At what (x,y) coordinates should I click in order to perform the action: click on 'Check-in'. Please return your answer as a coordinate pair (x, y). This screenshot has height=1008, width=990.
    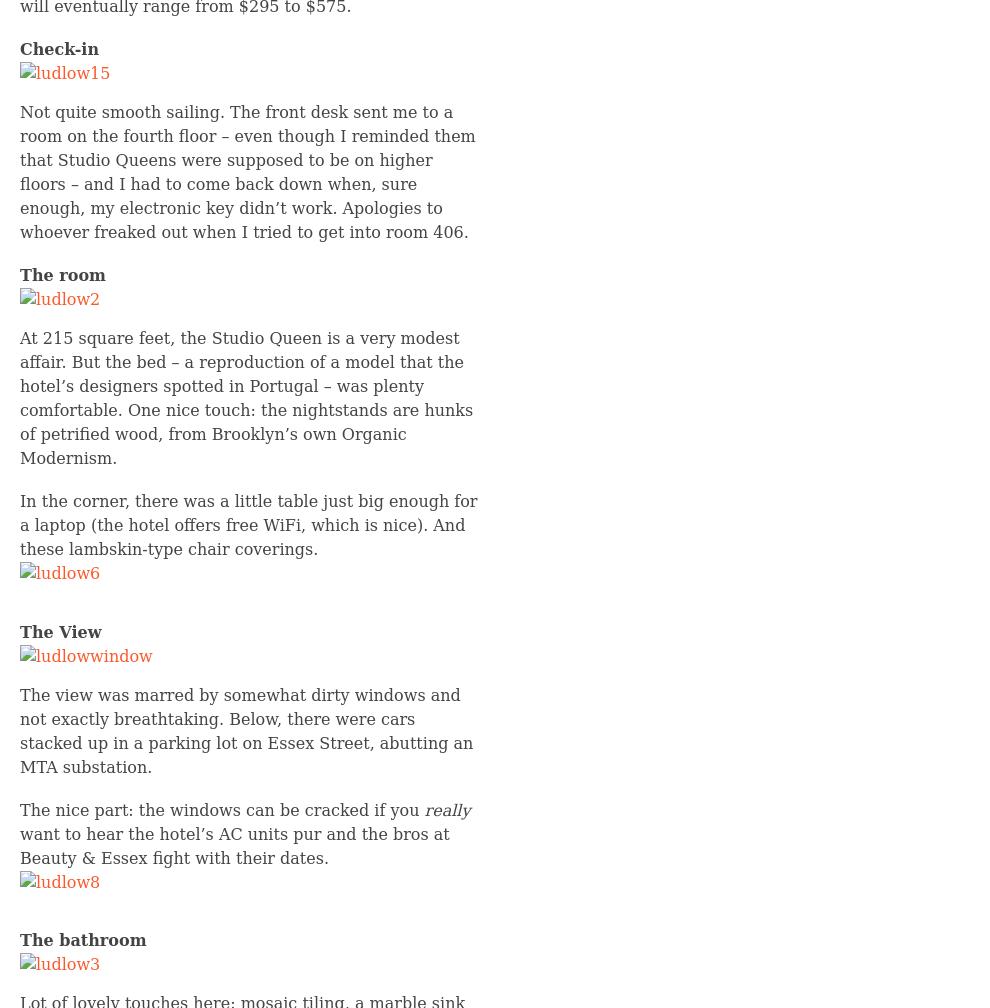
    Looking at the image, I should click on (18, 48).